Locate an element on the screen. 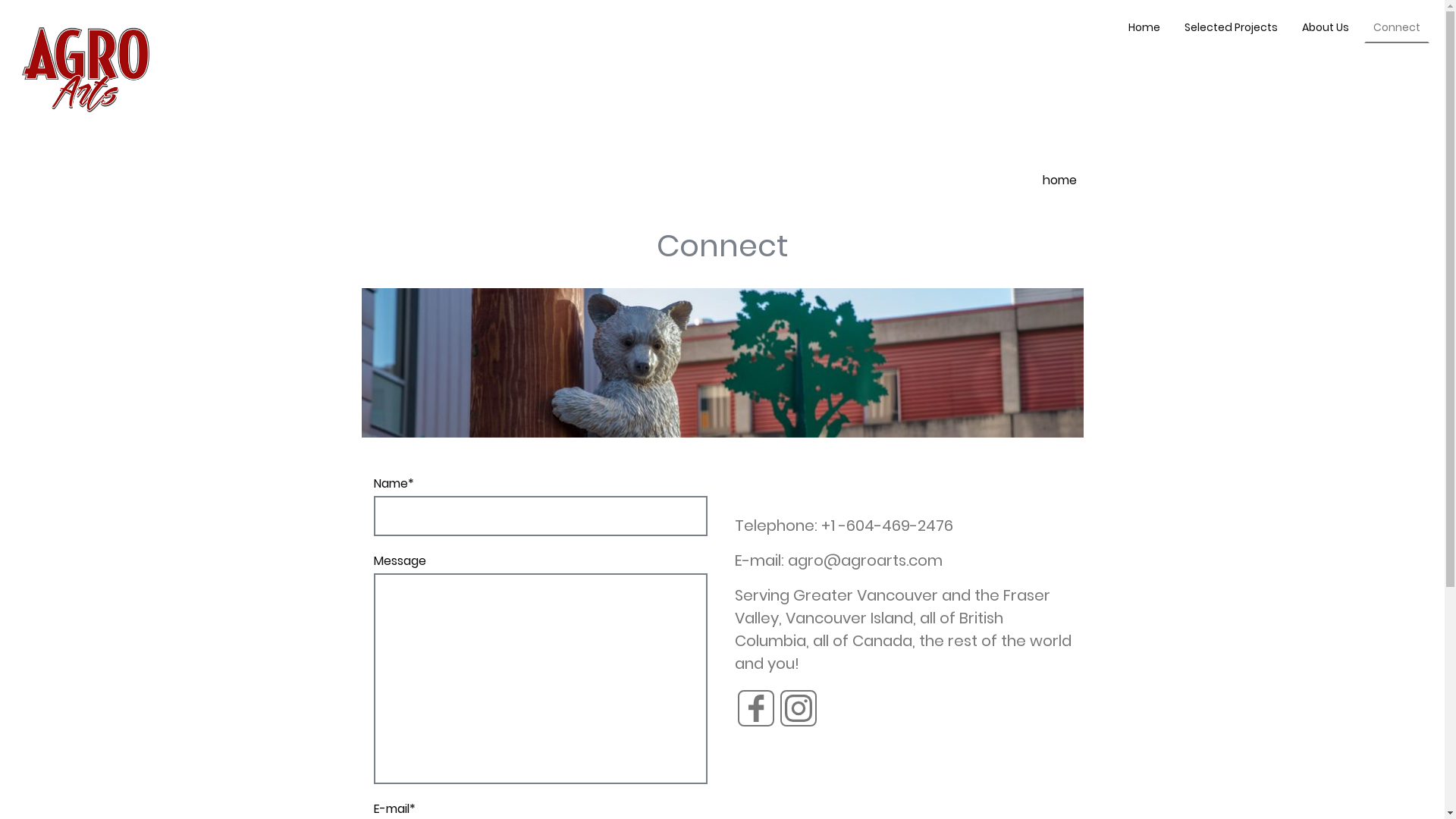 This screenshot has height=819, width=1456. 'Home' is located at coordinates (1144, 27).